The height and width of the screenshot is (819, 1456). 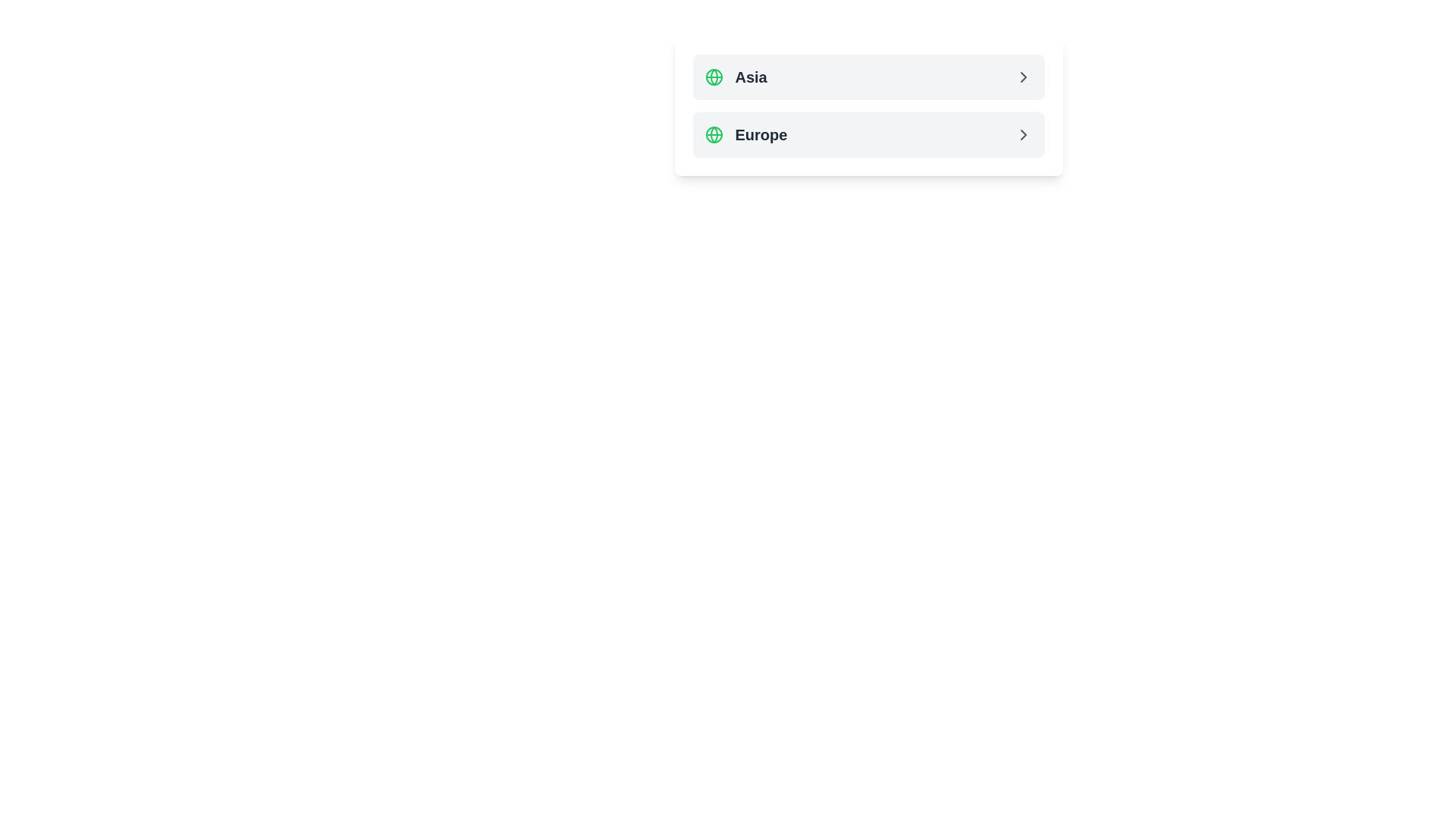 What do you see at coordinates (868, 133) in the screenshot?
I see `the 'Europe' selection button located below the 'Asia' button to trigger hover effects` at bounding box center [868, 133].